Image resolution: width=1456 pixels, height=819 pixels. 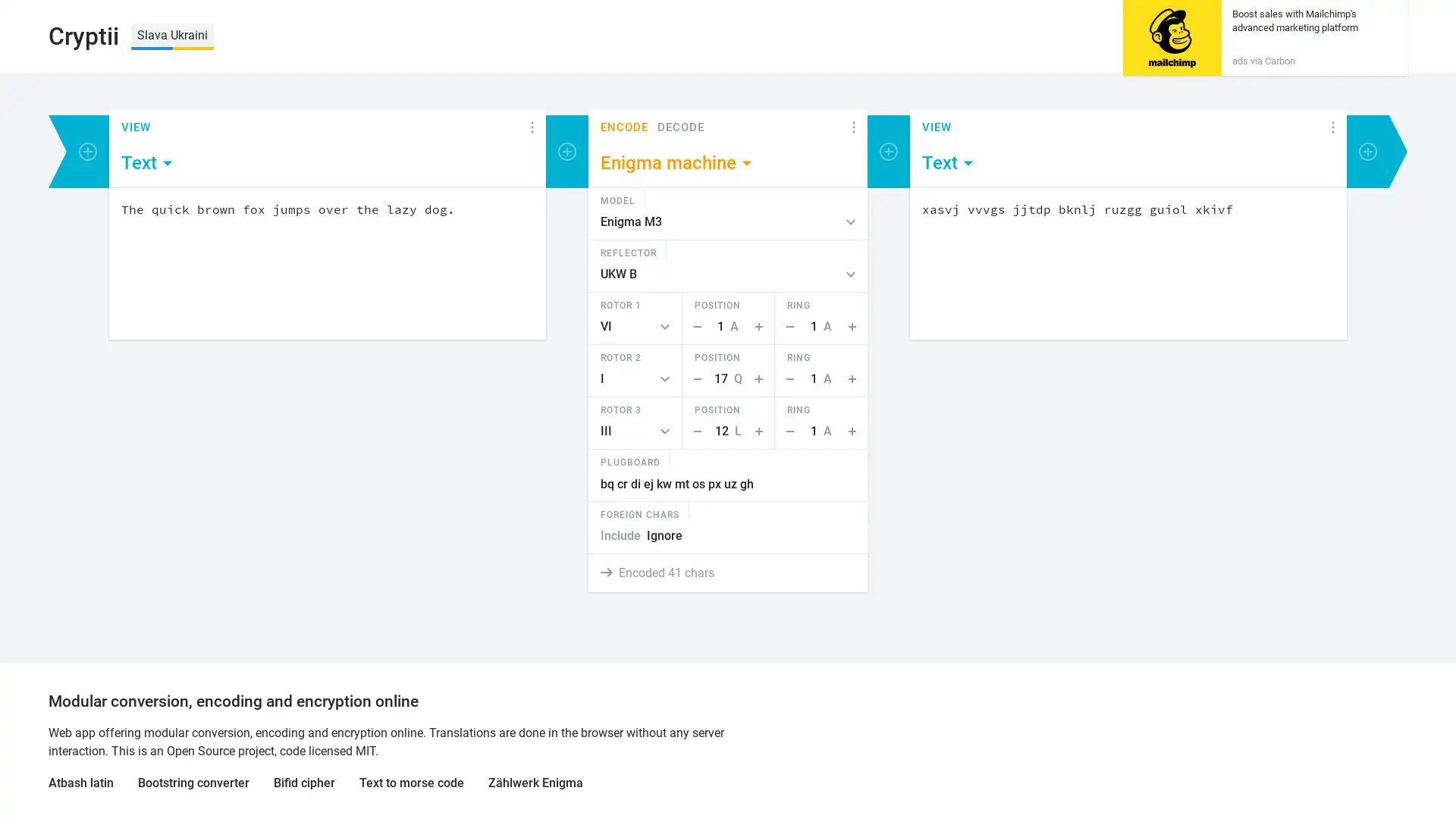 What do you see at coordinates (693, 378) in the screenshot?
I see `Step Down` at bounding box center [693, 378].